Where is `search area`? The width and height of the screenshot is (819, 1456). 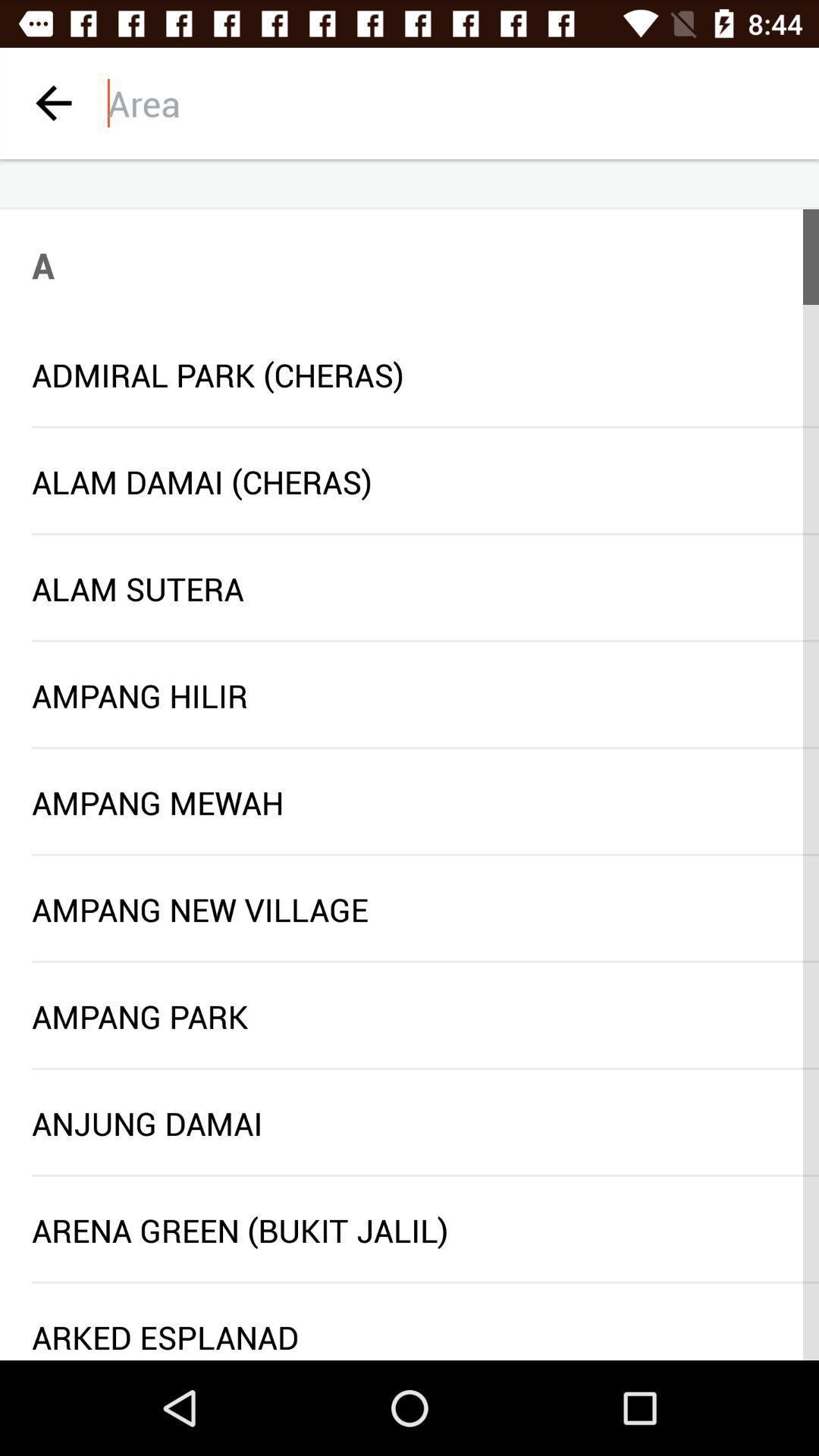
search area is located at coordinates (462, 102).